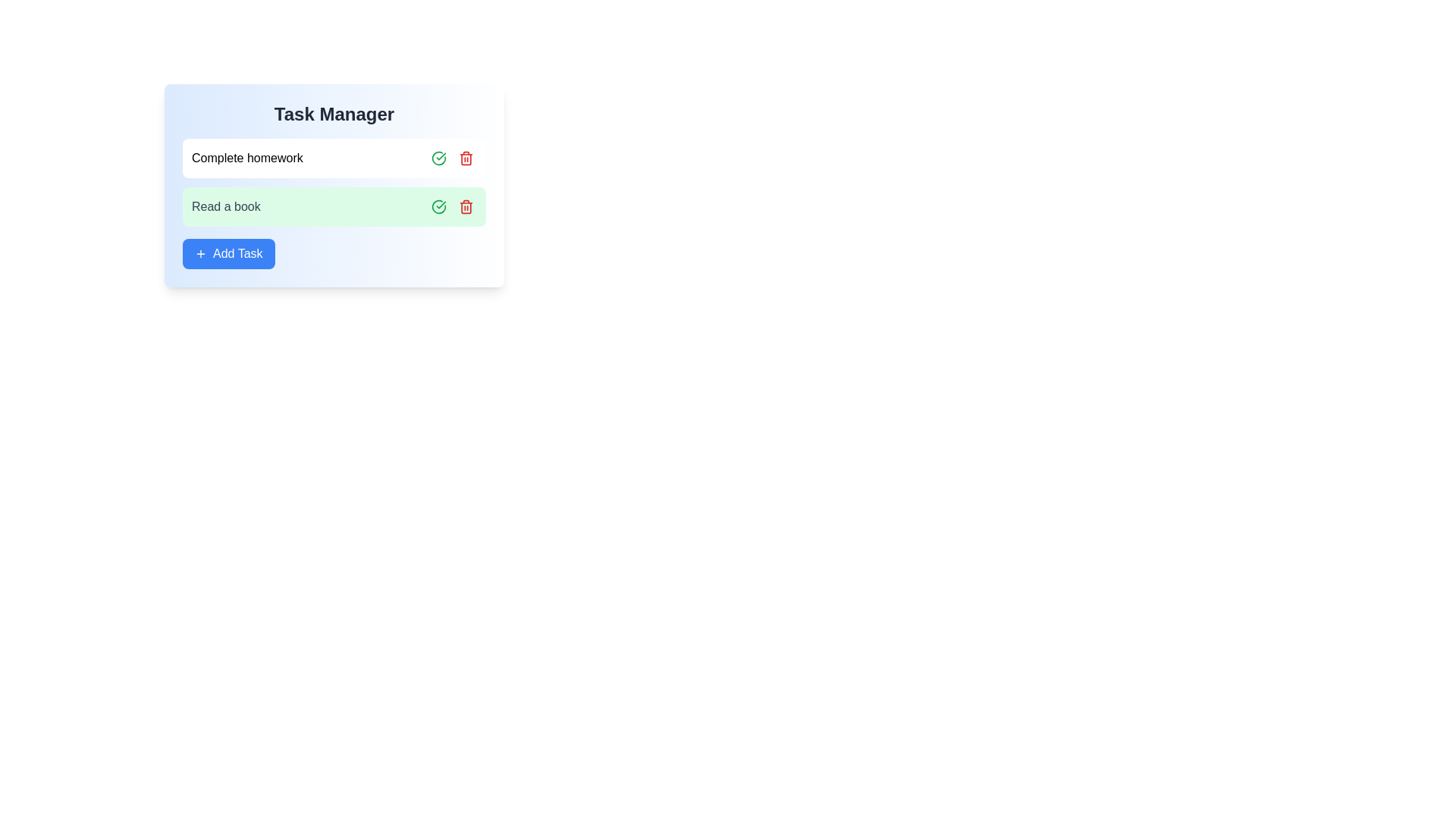  Describe the element at coordinates (465, 207) in the screenshot. I see `the red trash can icon to remove the task Read a book` at that location.